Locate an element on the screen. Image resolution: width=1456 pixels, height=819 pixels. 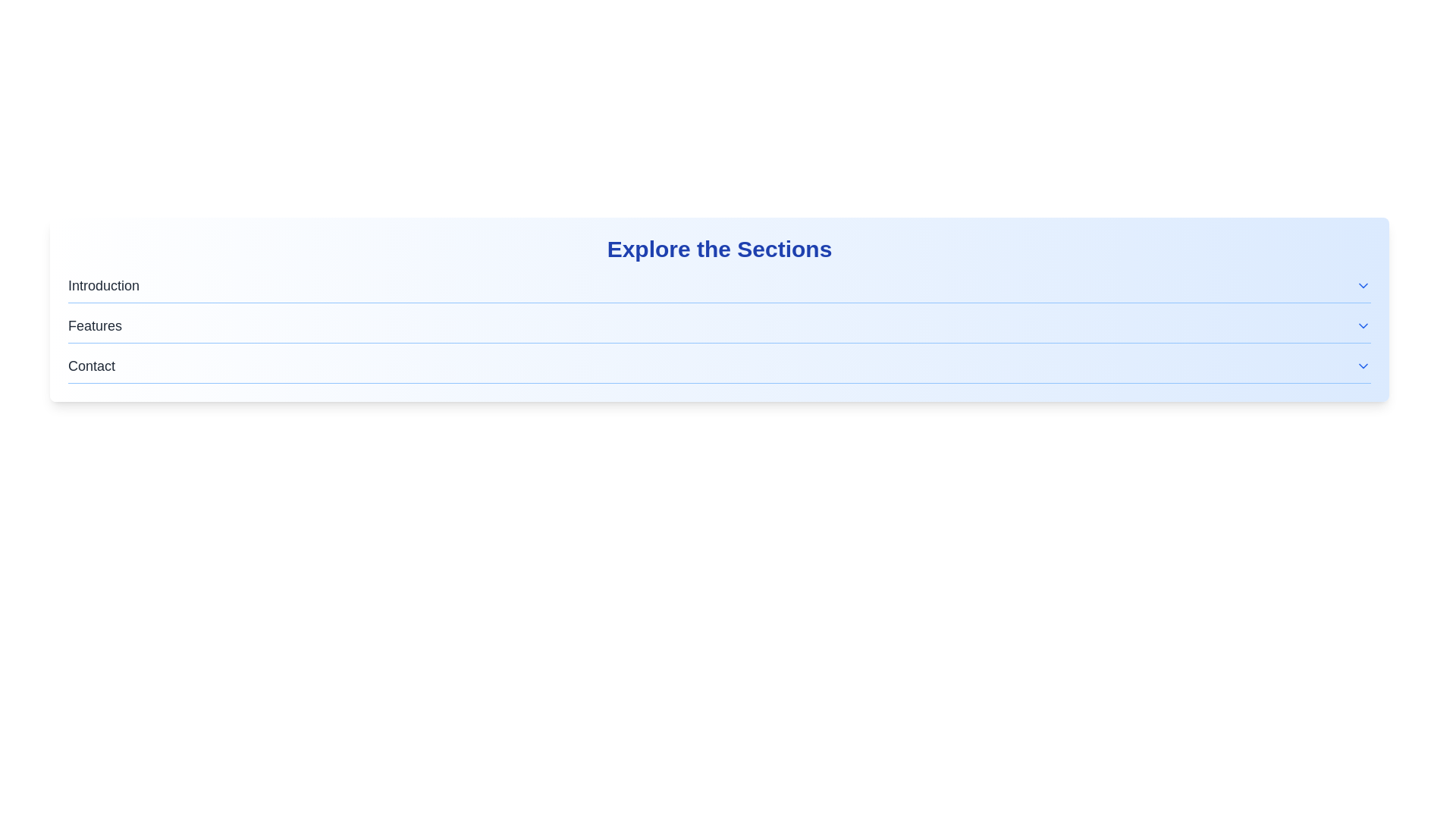
the 'Features' dropdown button, which is the middle entry in the vertical list under 'Explore the Sections' is located at coordinates (719, 325).